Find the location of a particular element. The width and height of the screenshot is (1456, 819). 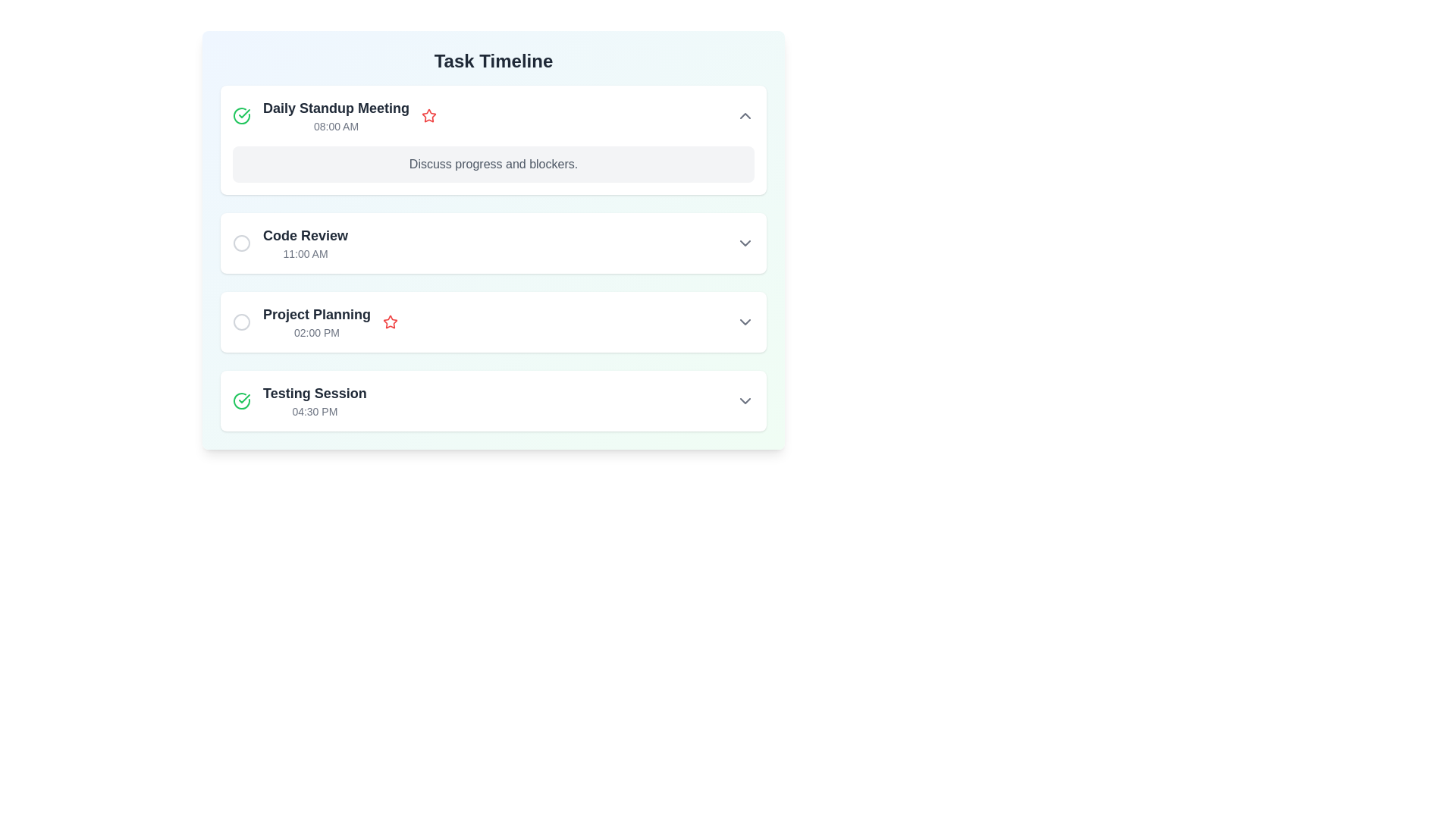

the downward-pointing chevron dropdown icon located at the far right of the 'Testing Session 04:30 PM' section is located at coordinates (745, 400).